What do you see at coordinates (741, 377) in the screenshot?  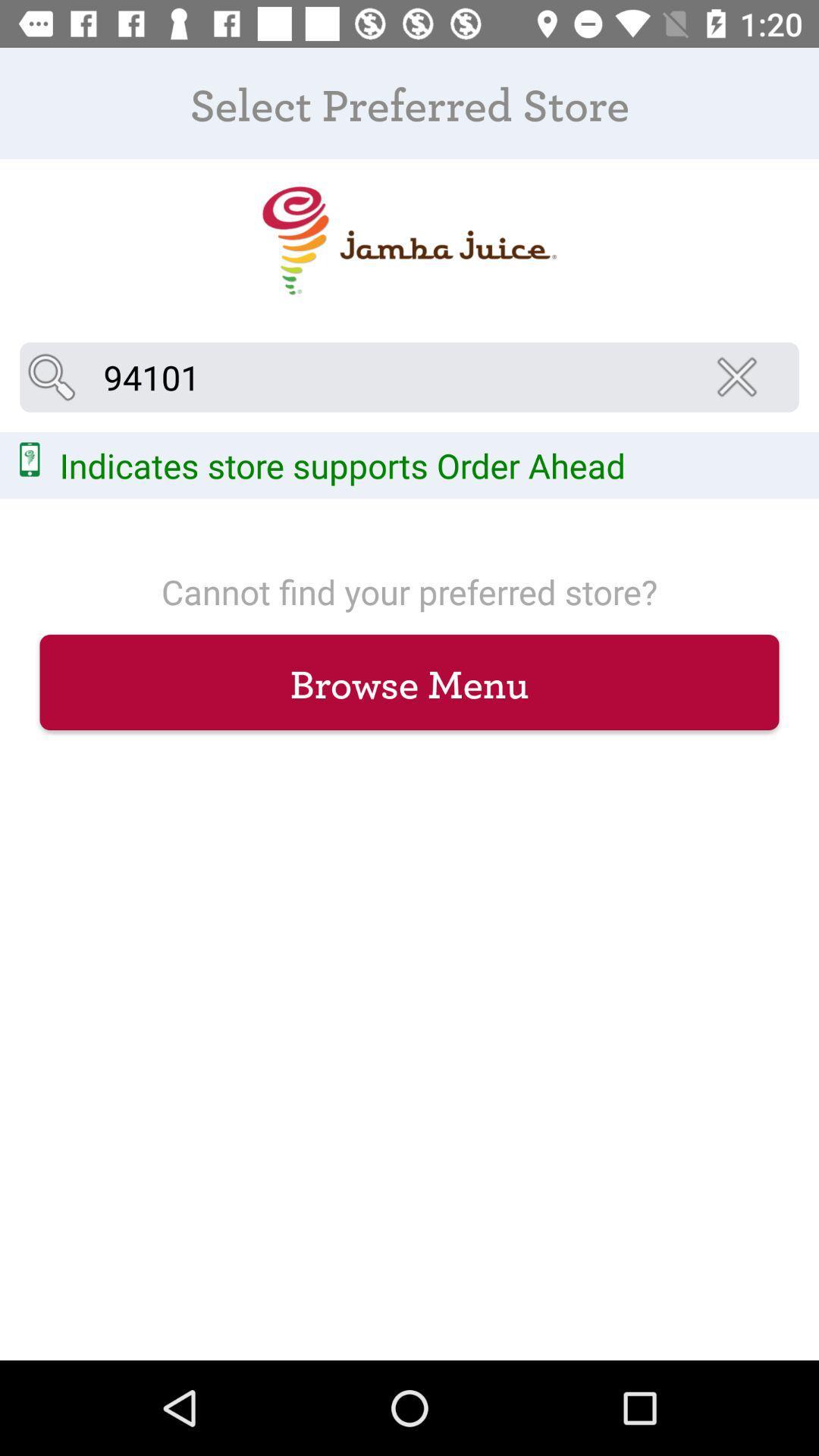 I see `the item above browse menu` at bounding box center [741, 377].